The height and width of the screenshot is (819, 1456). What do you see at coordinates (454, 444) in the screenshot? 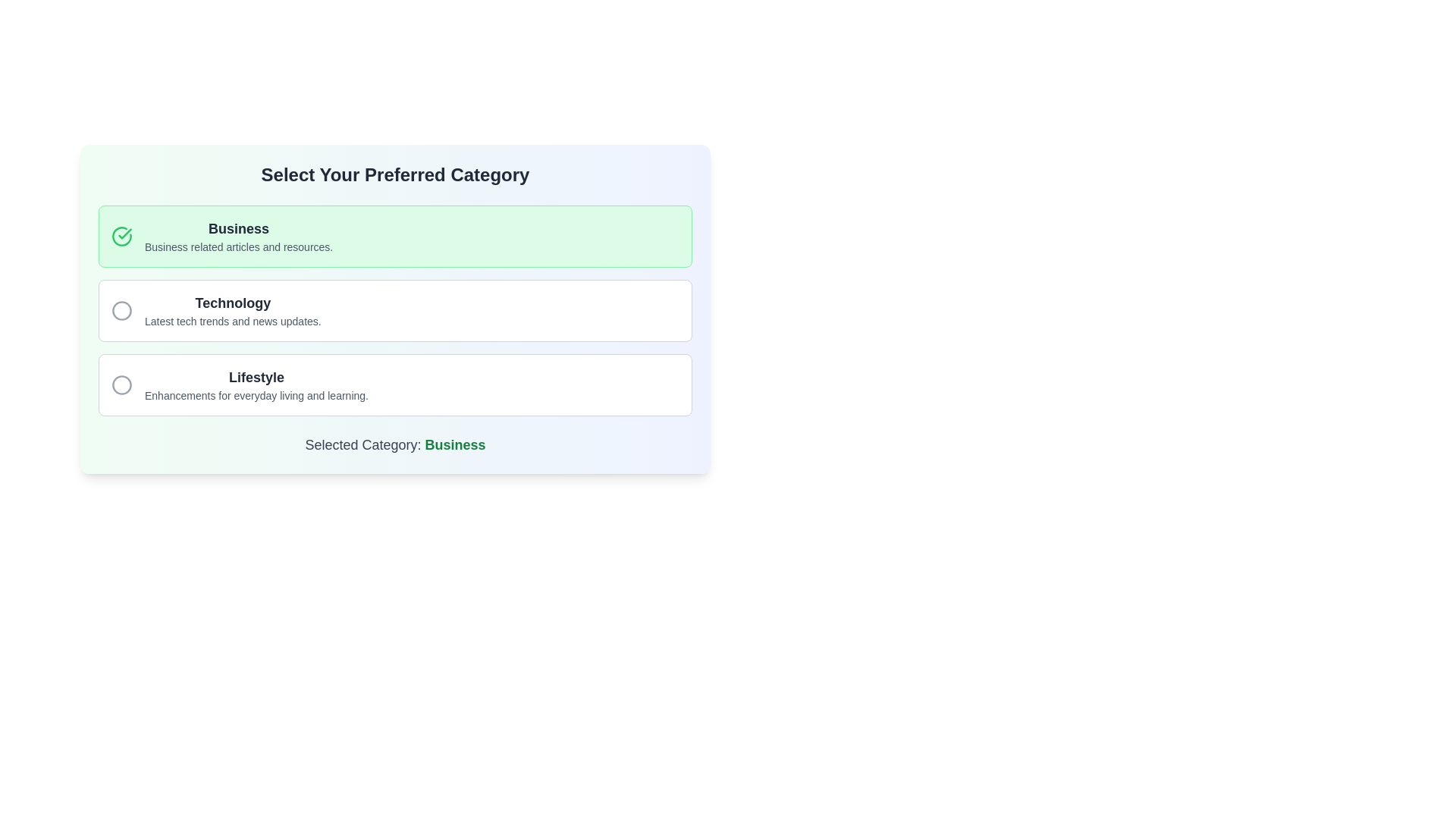
I see `the static text indicating the selected category 'Business', which is part of the phrase 'Selected Category: Business' and is centrally located near the bottom of the category selection interface` at bounding box center [454, 444].